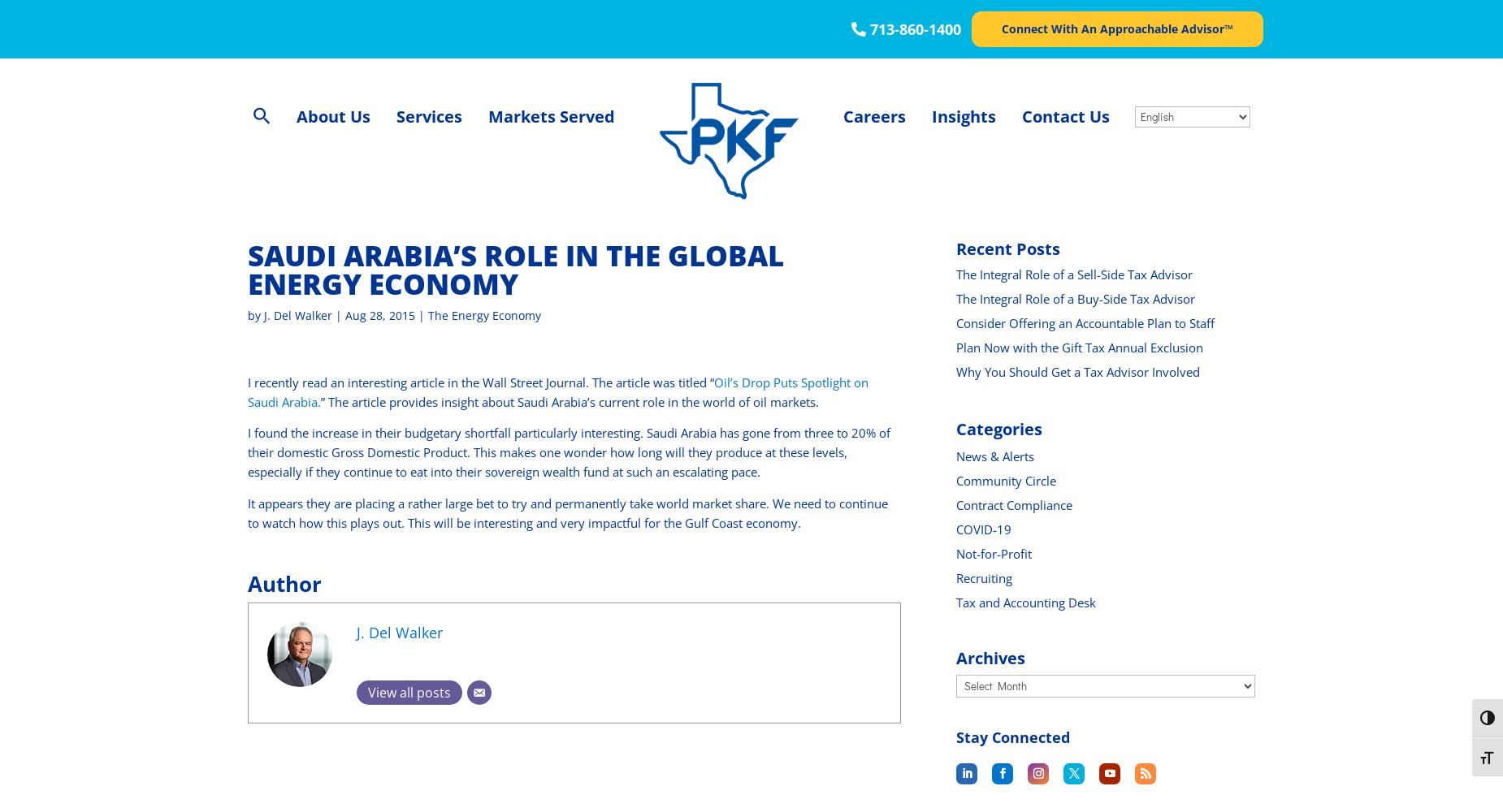  What do you see at coordinates (417, 163) in the screenshot?
I see `'Audit'` at bounding box center [417, 163].